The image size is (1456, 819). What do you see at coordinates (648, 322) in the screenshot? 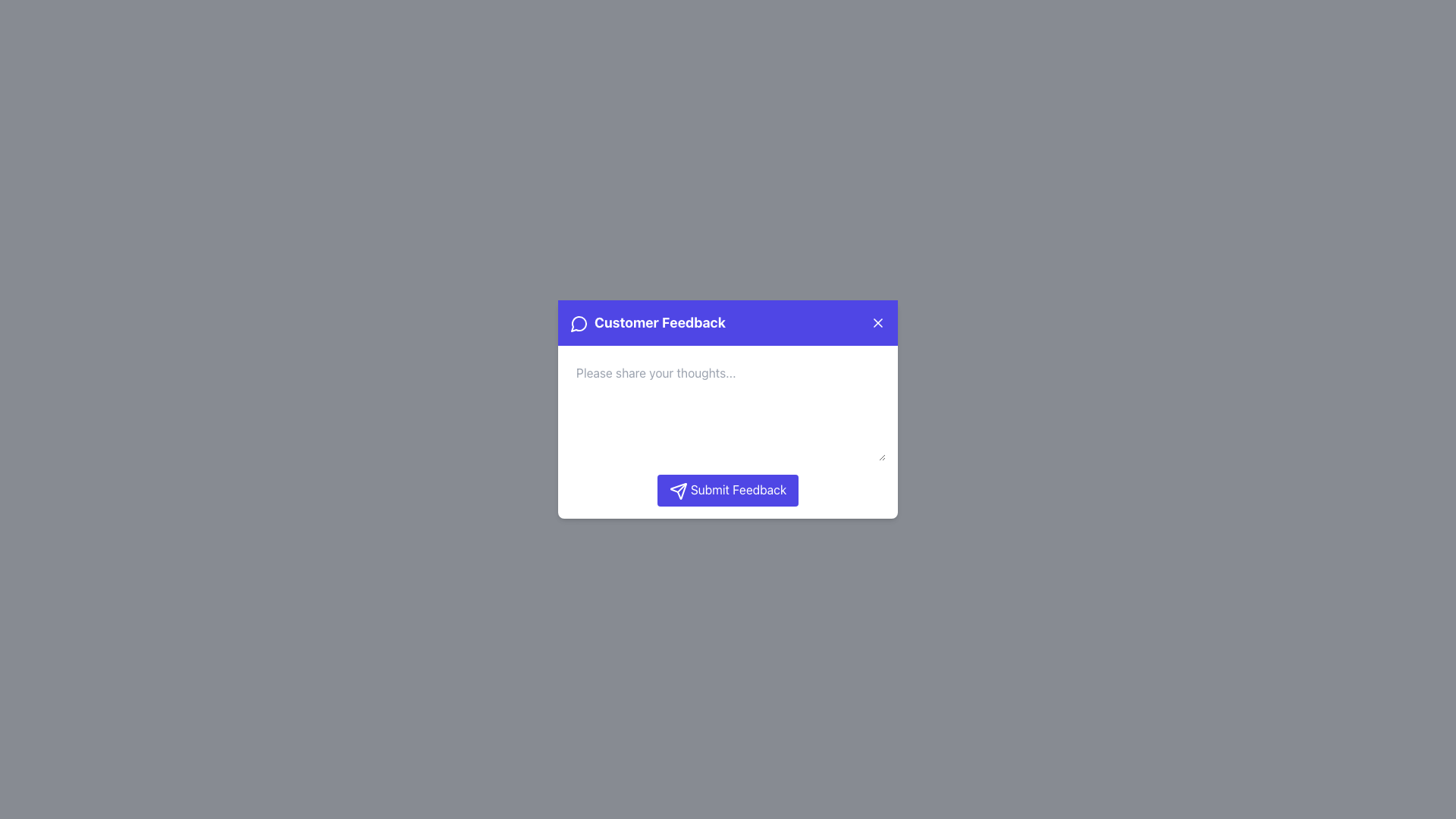
I see `the 'Customer Feedback' text label located in the purple header bar of the popup interface, which is aligned to the left side next to a speech bubble icon` at bounding box center [648, 322].